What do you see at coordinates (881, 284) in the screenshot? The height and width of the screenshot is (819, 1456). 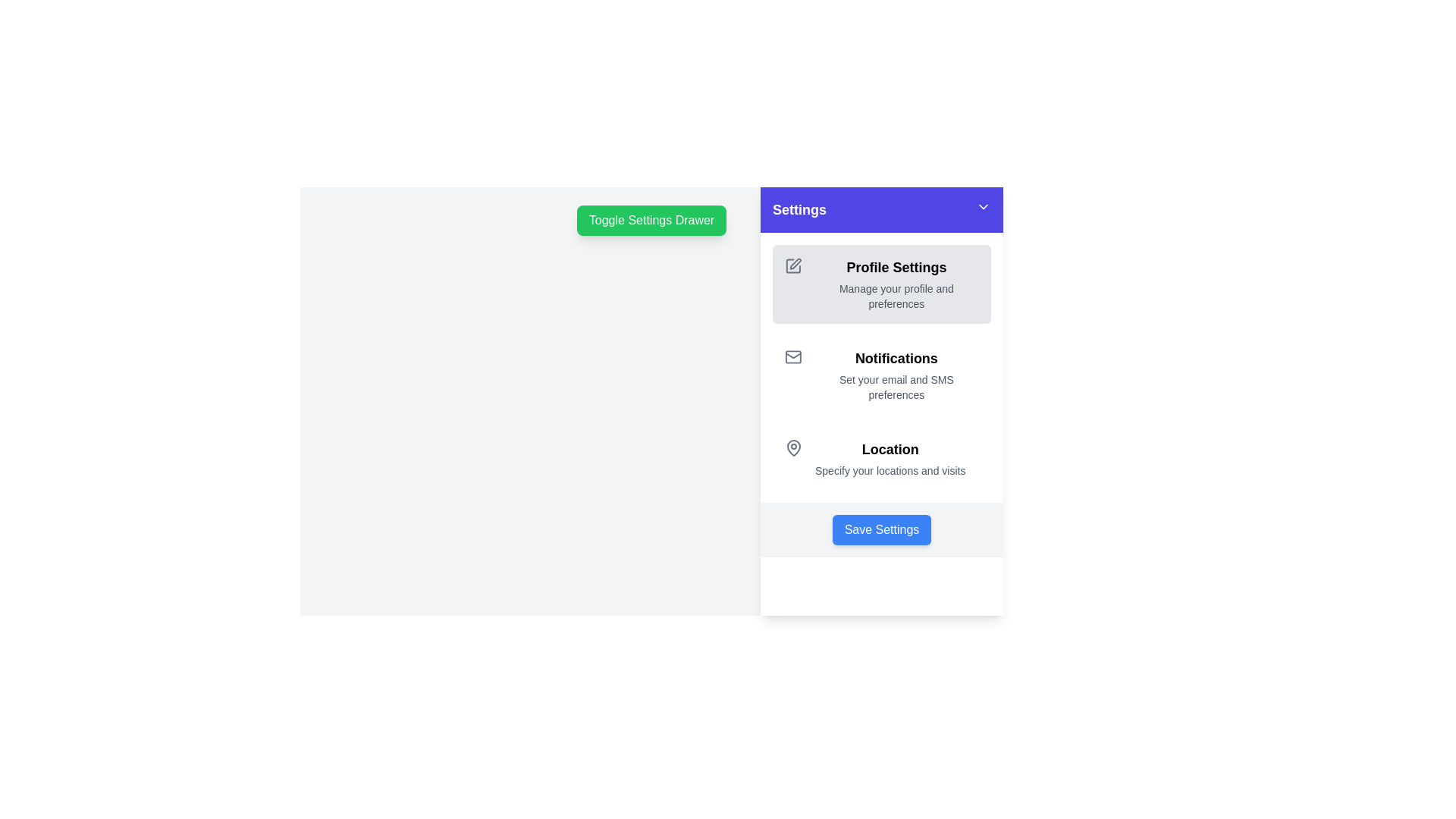 I see `the 'Profile Settings' button in the sidebar menu` at bounding box center [881, 284].